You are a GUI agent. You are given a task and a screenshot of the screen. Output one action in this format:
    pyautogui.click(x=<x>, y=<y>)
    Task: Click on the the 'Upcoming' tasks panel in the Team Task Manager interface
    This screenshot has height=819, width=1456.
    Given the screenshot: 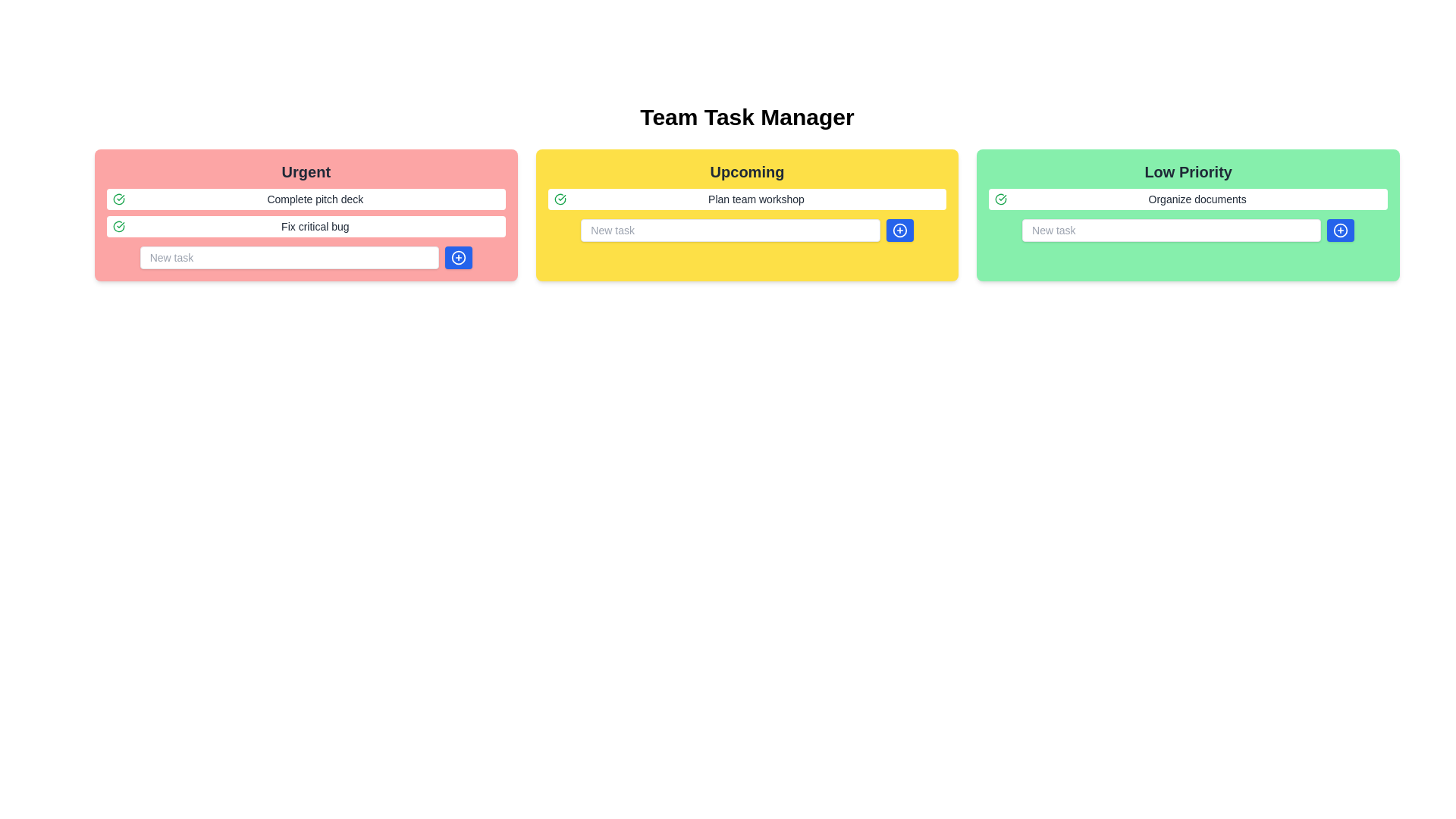 What is the action you would take?
    pyautogui.click(x=747, y=215)
    